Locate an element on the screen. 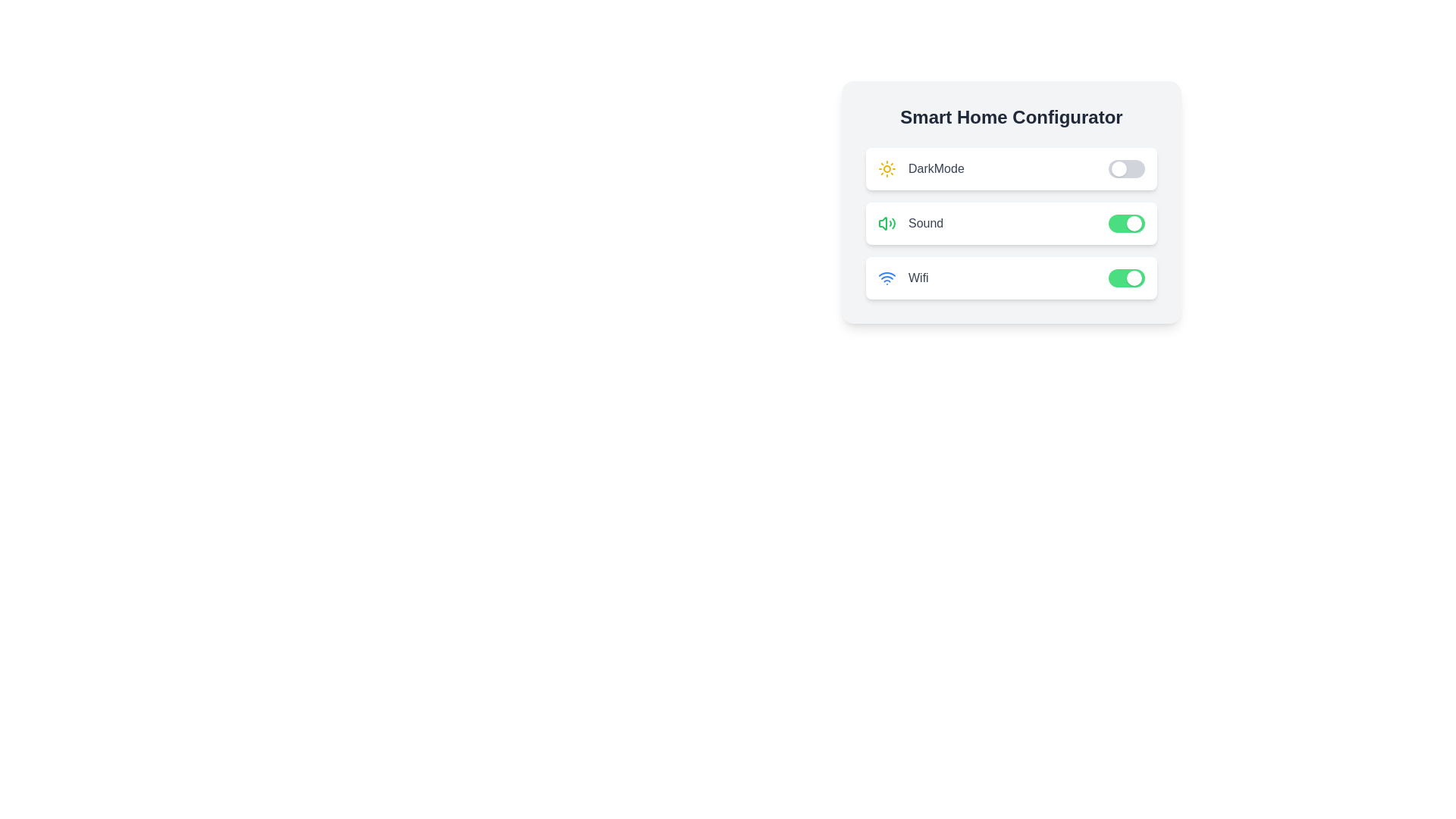 The image size is (1456, 819). the sun icon representing the 'DarkMode' feature, located in the upper-left area of the 'DarkMode' section is located at coordinates (887, 169).